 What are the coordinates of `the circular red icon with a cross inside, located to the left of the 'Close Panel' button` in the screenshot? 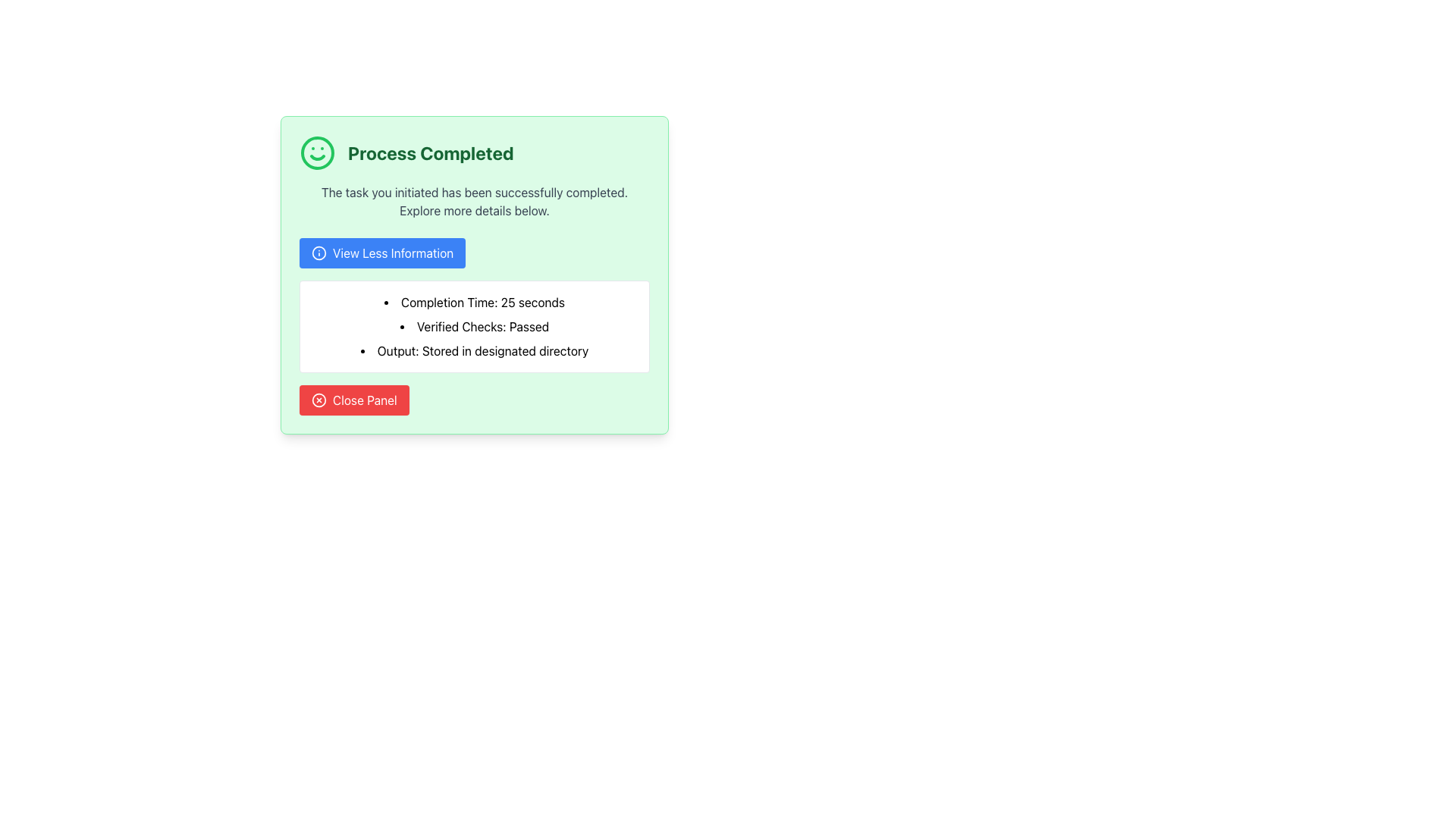 It's located at (318, 400).